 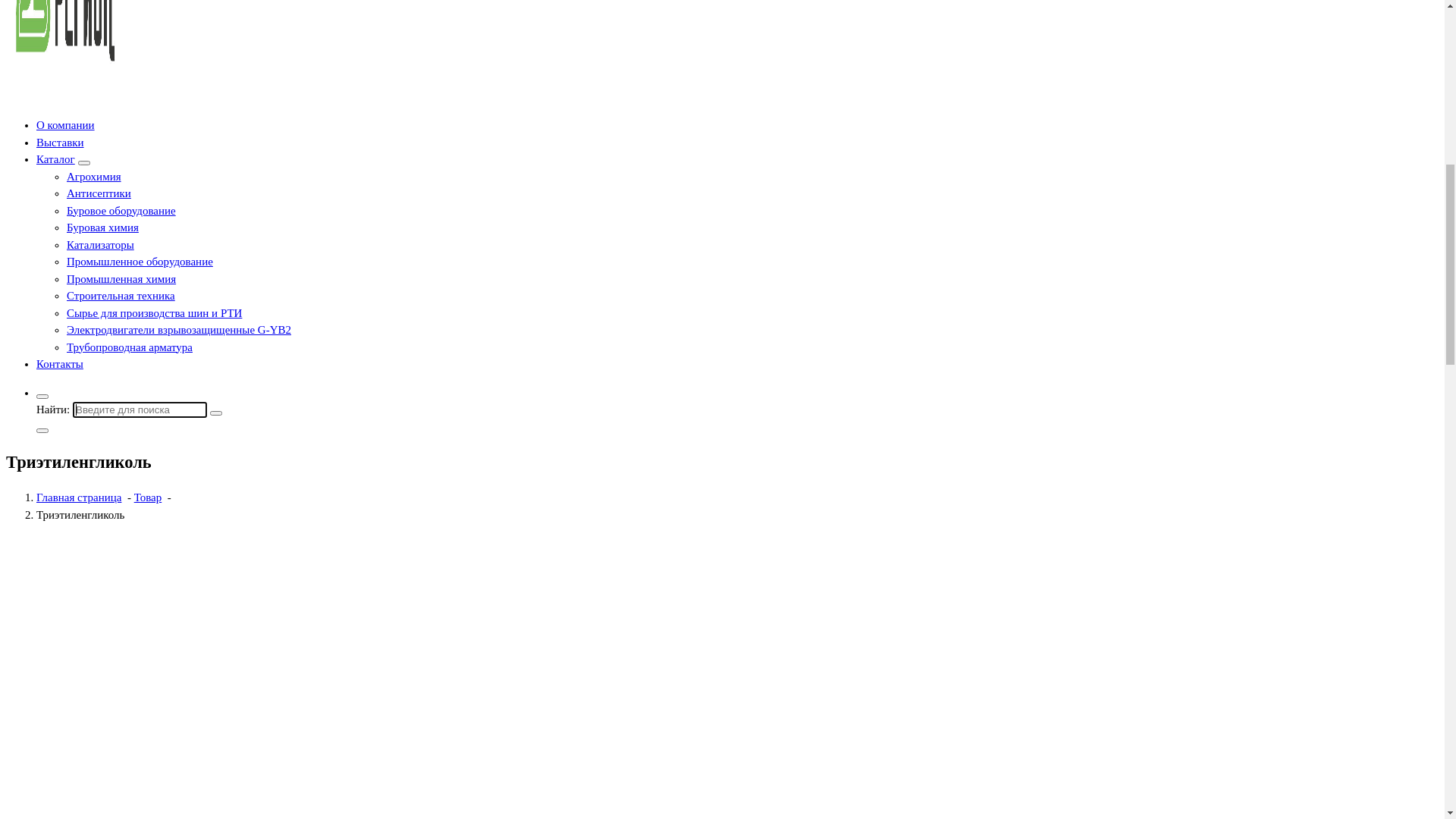 I want to click on '+ 7 984 197 77 47', so click(x=47, y=48).